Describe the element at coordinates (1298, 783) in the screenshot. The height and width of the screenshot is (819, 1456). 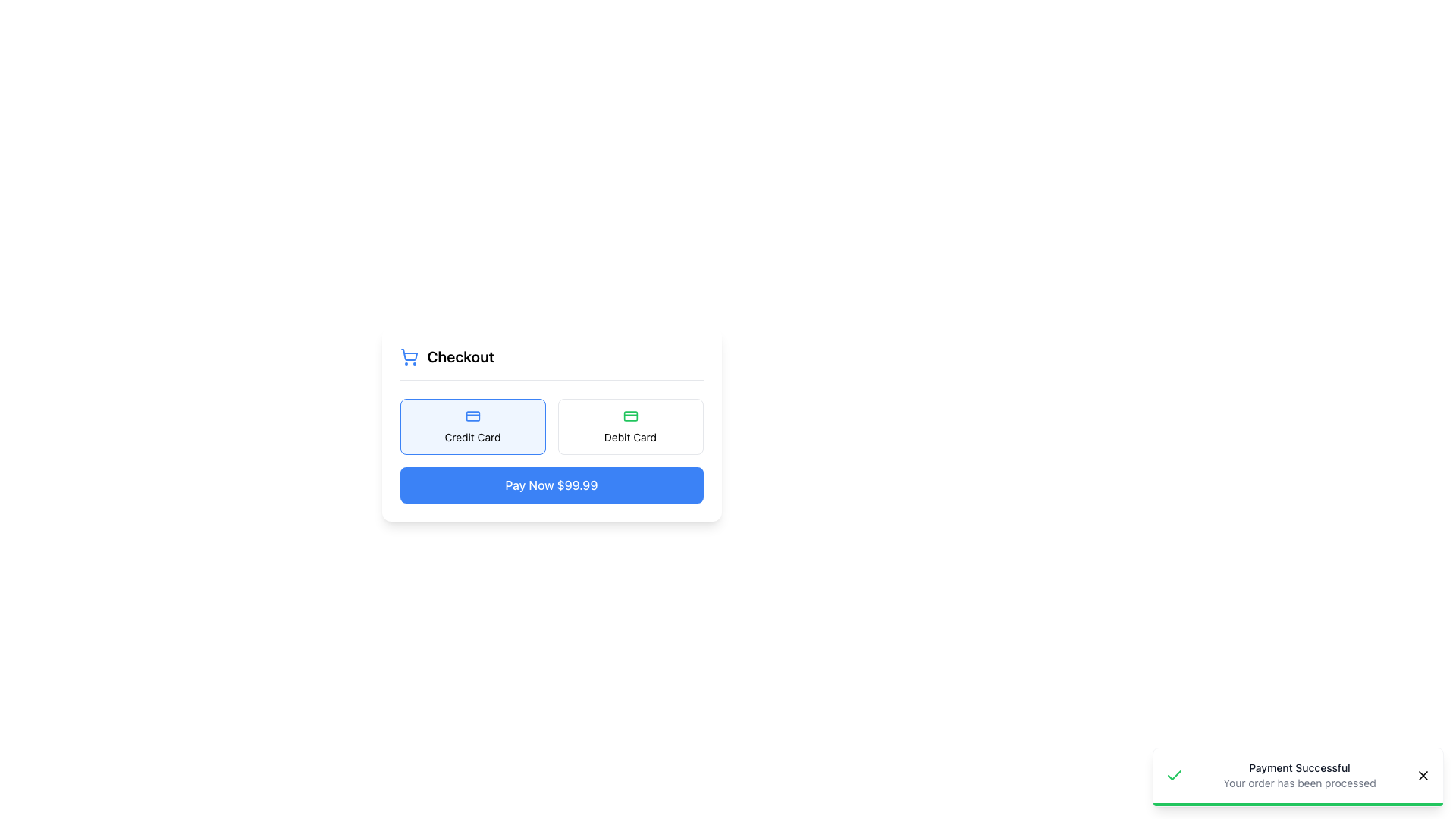
I see `the supplementary message confirming that the user's order has been processed successfully, which is positioned beneath 'Payment Successful' in the bottom right of the interface` at that location.